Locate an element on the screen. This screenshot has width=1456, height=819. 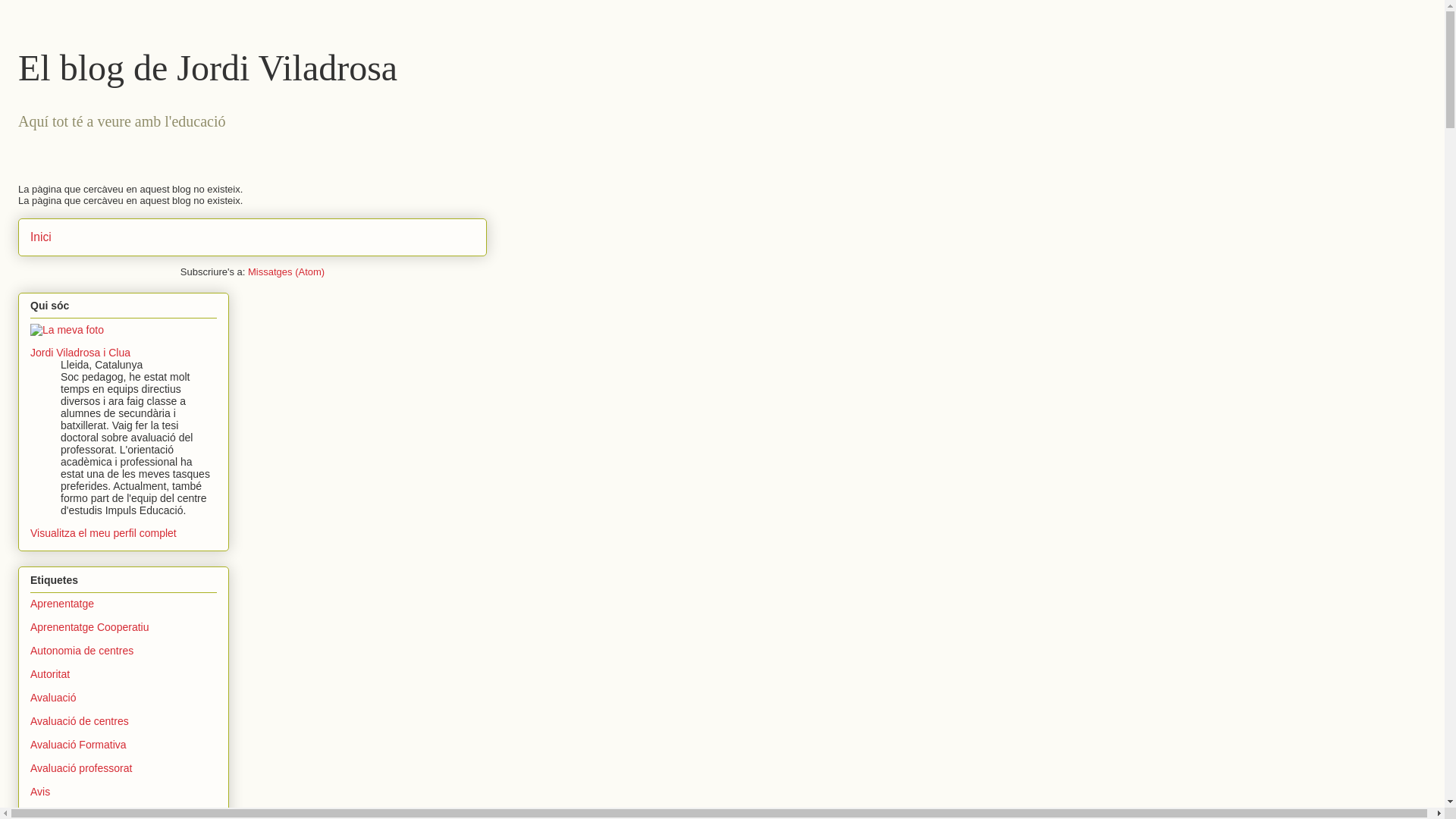
'Avis' is located at coordinates (39, 791).